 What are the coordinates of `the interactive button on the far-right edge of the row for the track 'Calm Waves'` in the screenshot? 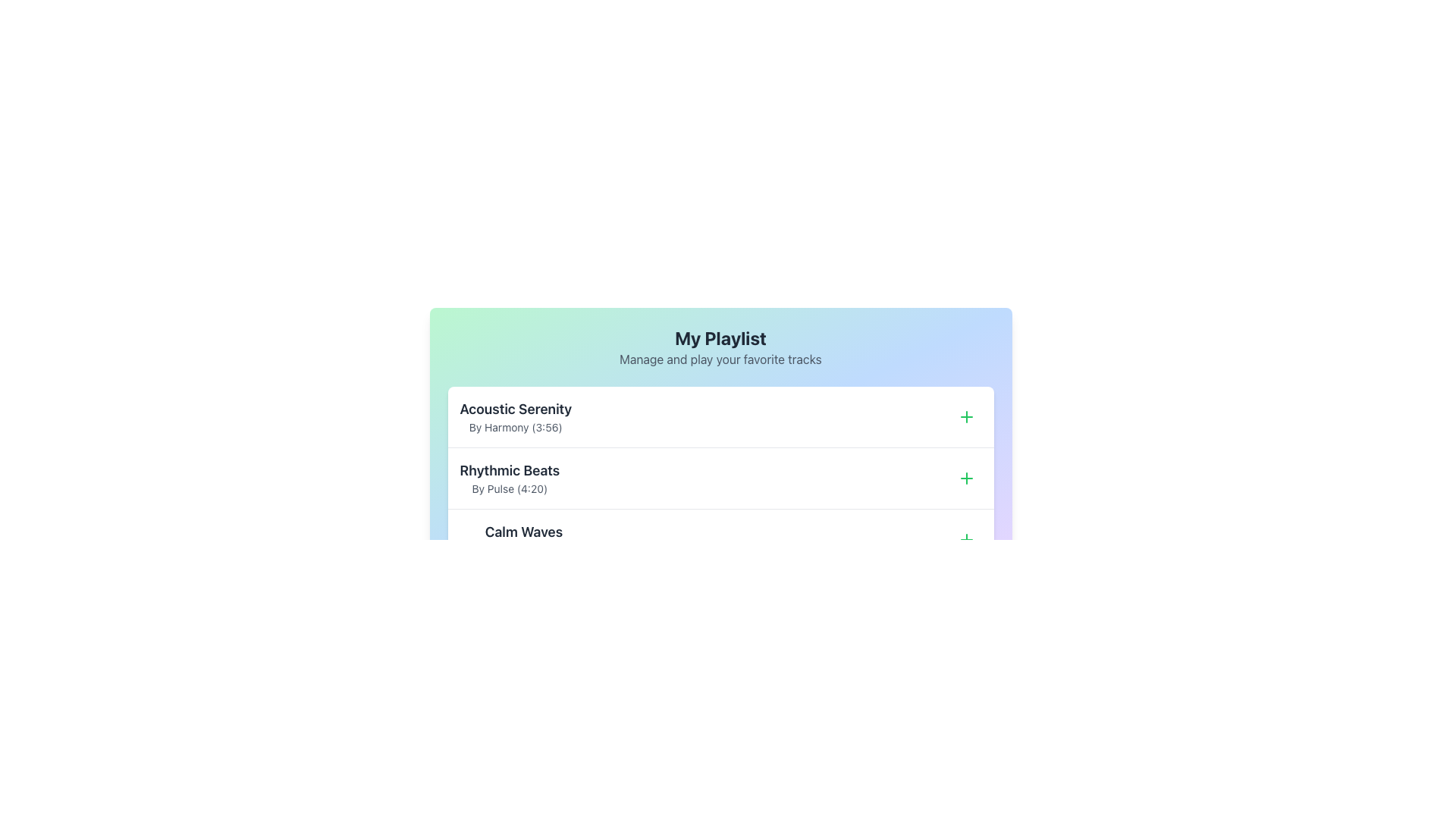 It's located at (965, 539).